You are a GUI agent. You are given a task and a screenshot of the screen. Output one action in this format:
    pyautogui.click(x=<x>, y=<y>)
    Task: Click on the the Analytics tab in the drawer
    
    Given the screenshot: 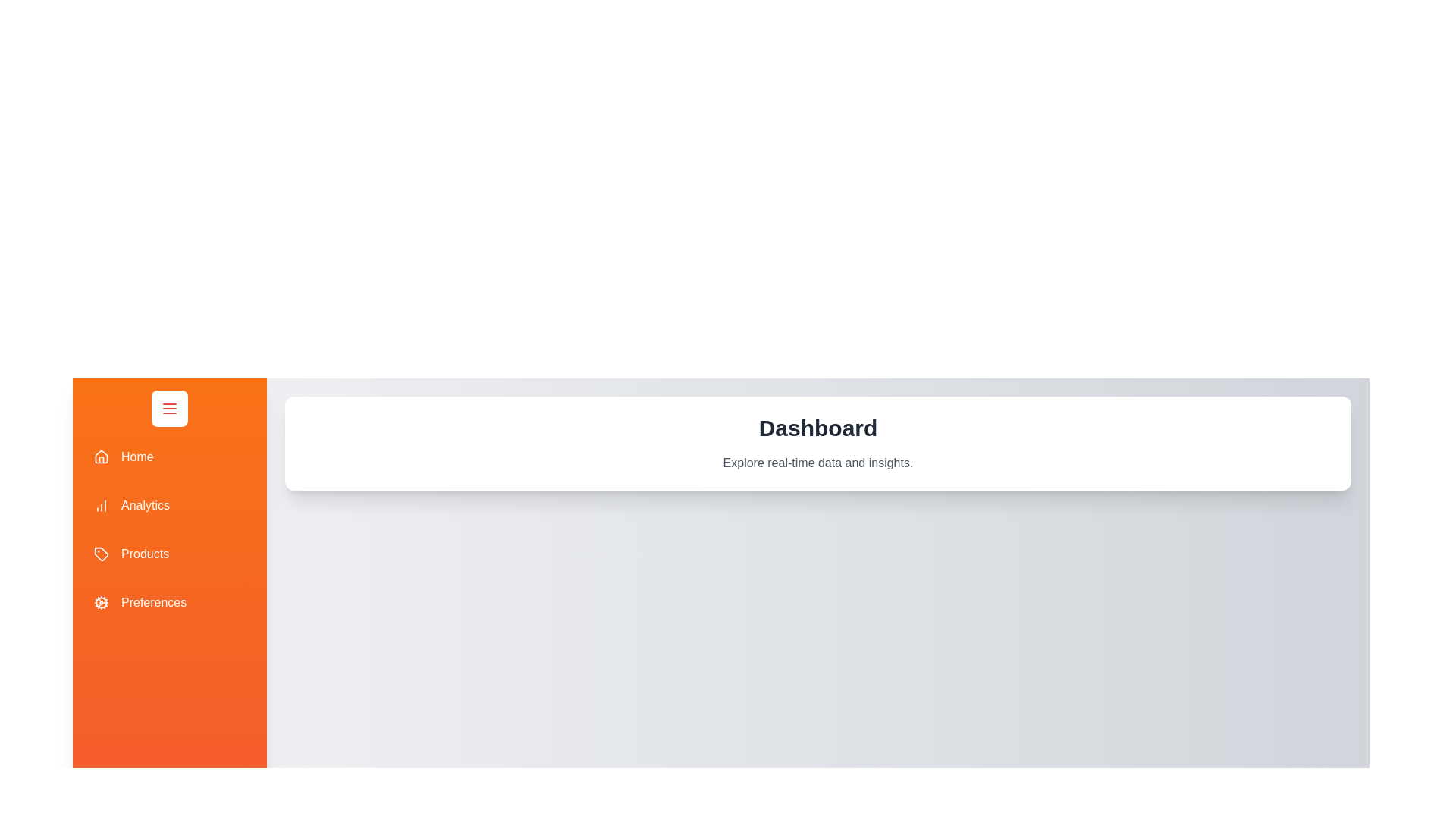 What is the action you would take?
    pyautogui.click(x=170, y=506)
    